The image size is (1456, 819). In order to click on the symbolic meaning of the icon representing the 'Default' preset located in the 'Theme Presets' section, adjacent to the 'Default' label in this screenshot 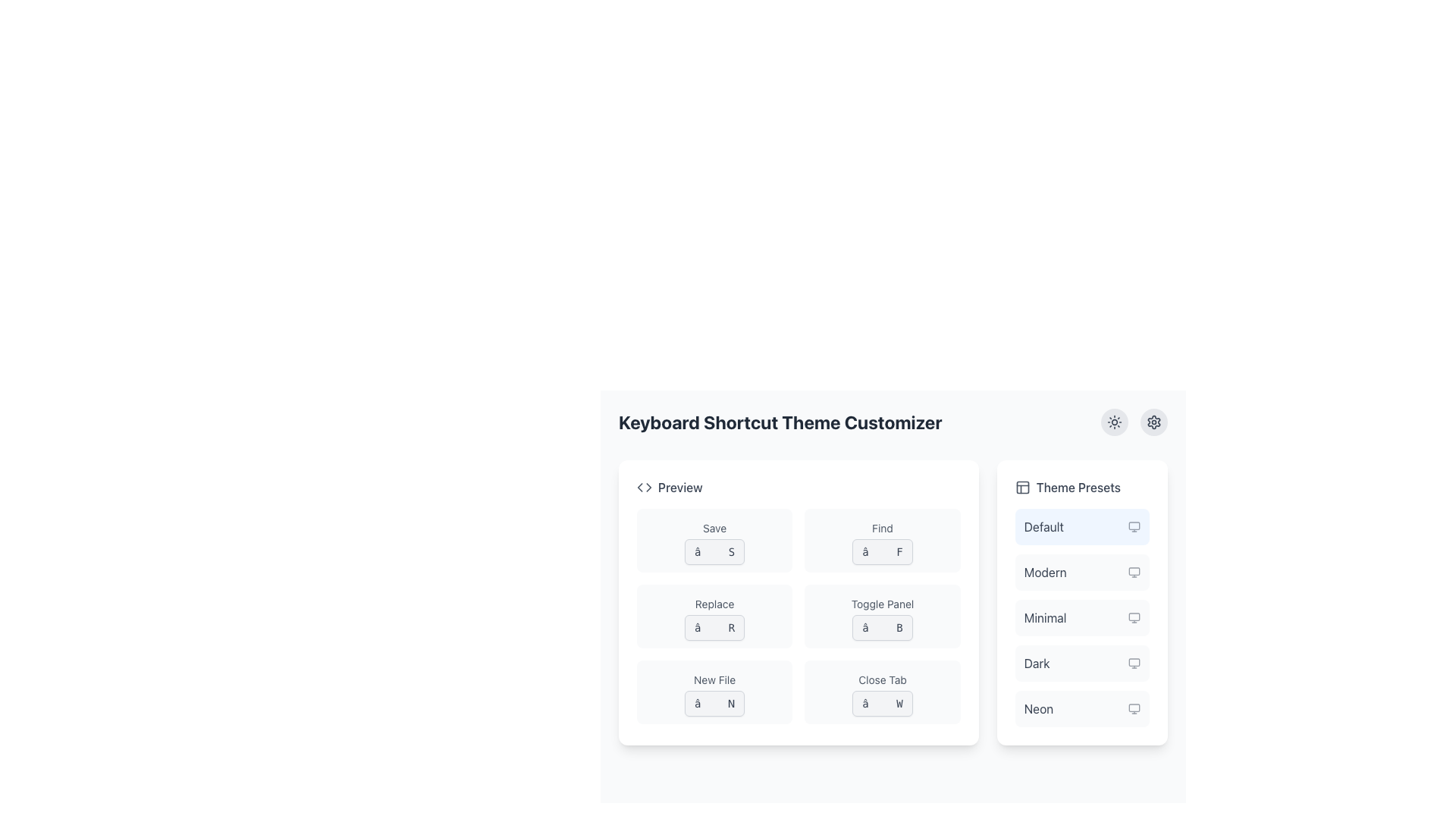, I will do `click(1134, 526)`.